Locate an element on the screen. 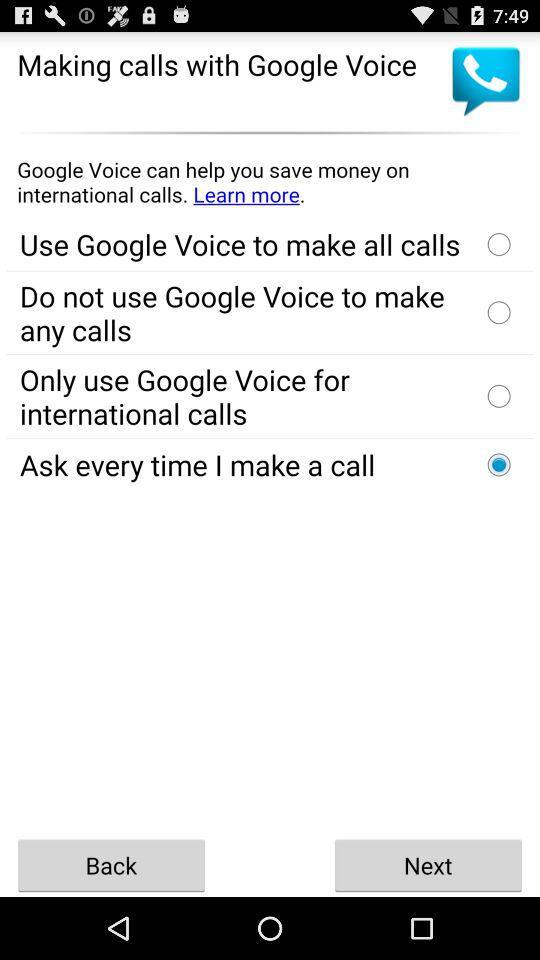  ask every time i make a call is located at coordinates (498, 464).